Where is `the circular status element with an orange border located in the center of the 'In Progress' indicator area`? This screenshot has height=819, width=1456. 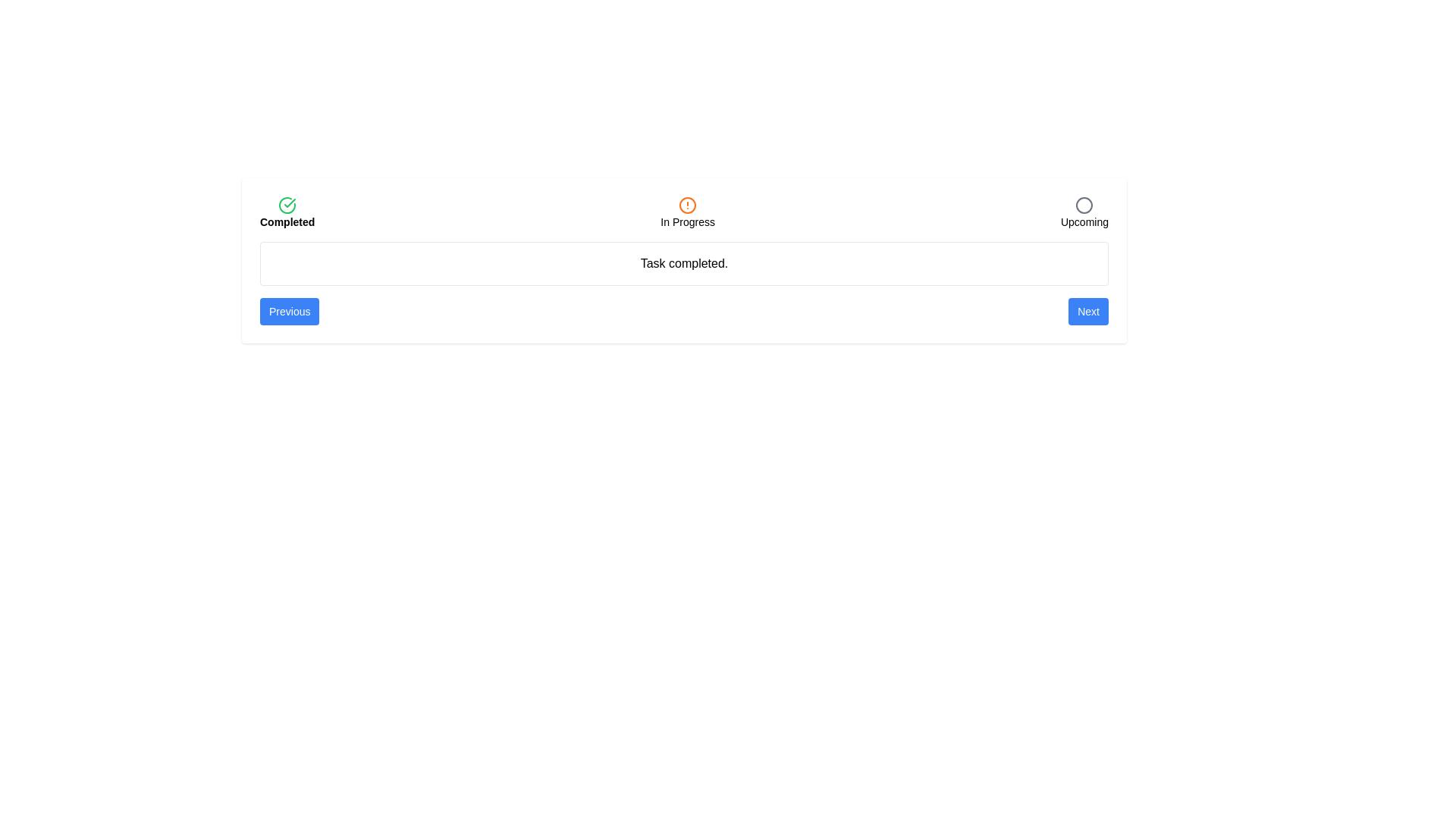
the circular status element with an orange border located in the center of the 'In Progress' indicator area is located at coordinates (687, 205).